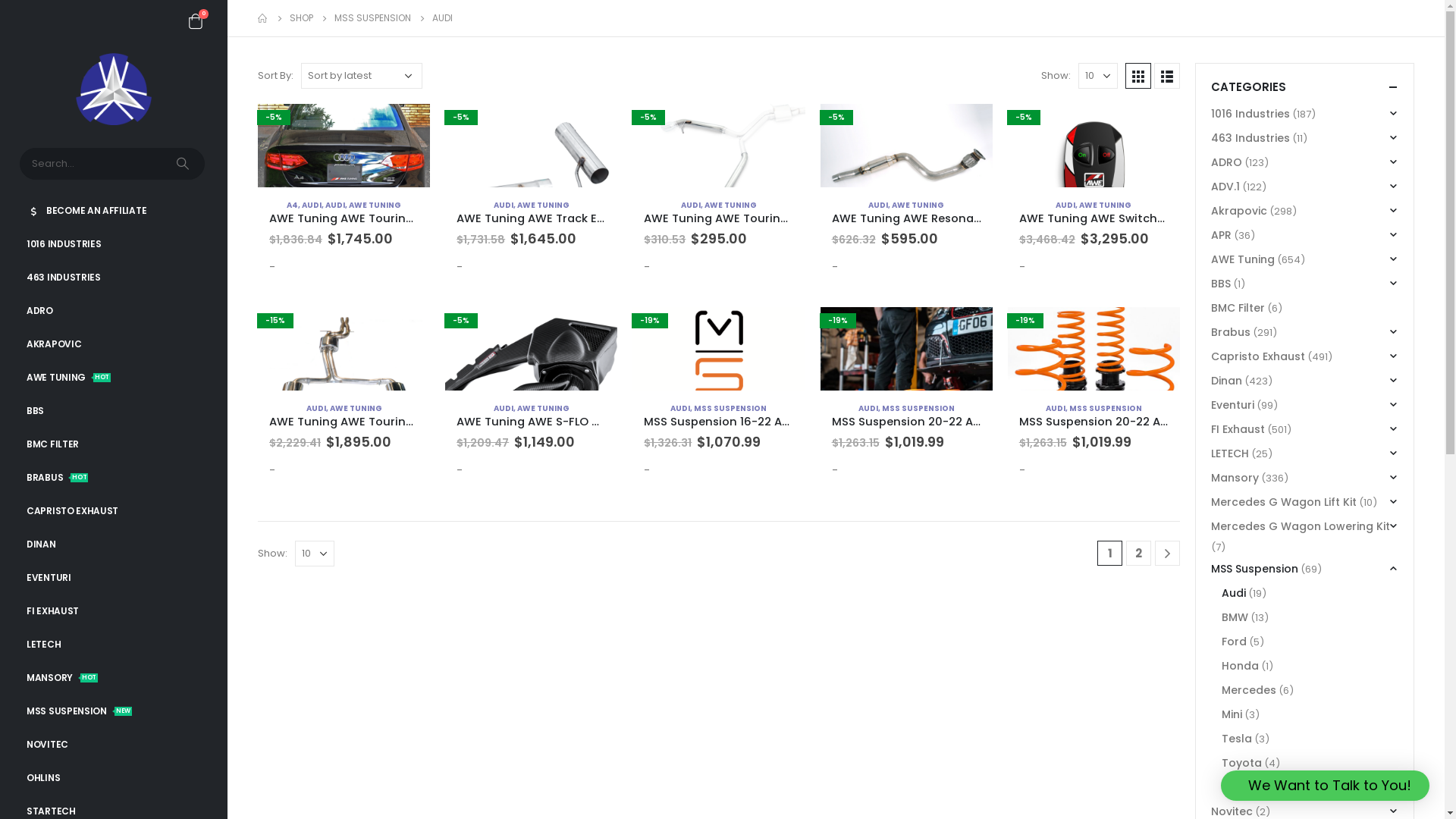 This screenshot has width=1456, height=819. I want to click on 'AWE TUNINGHOT', so click(112, 377).